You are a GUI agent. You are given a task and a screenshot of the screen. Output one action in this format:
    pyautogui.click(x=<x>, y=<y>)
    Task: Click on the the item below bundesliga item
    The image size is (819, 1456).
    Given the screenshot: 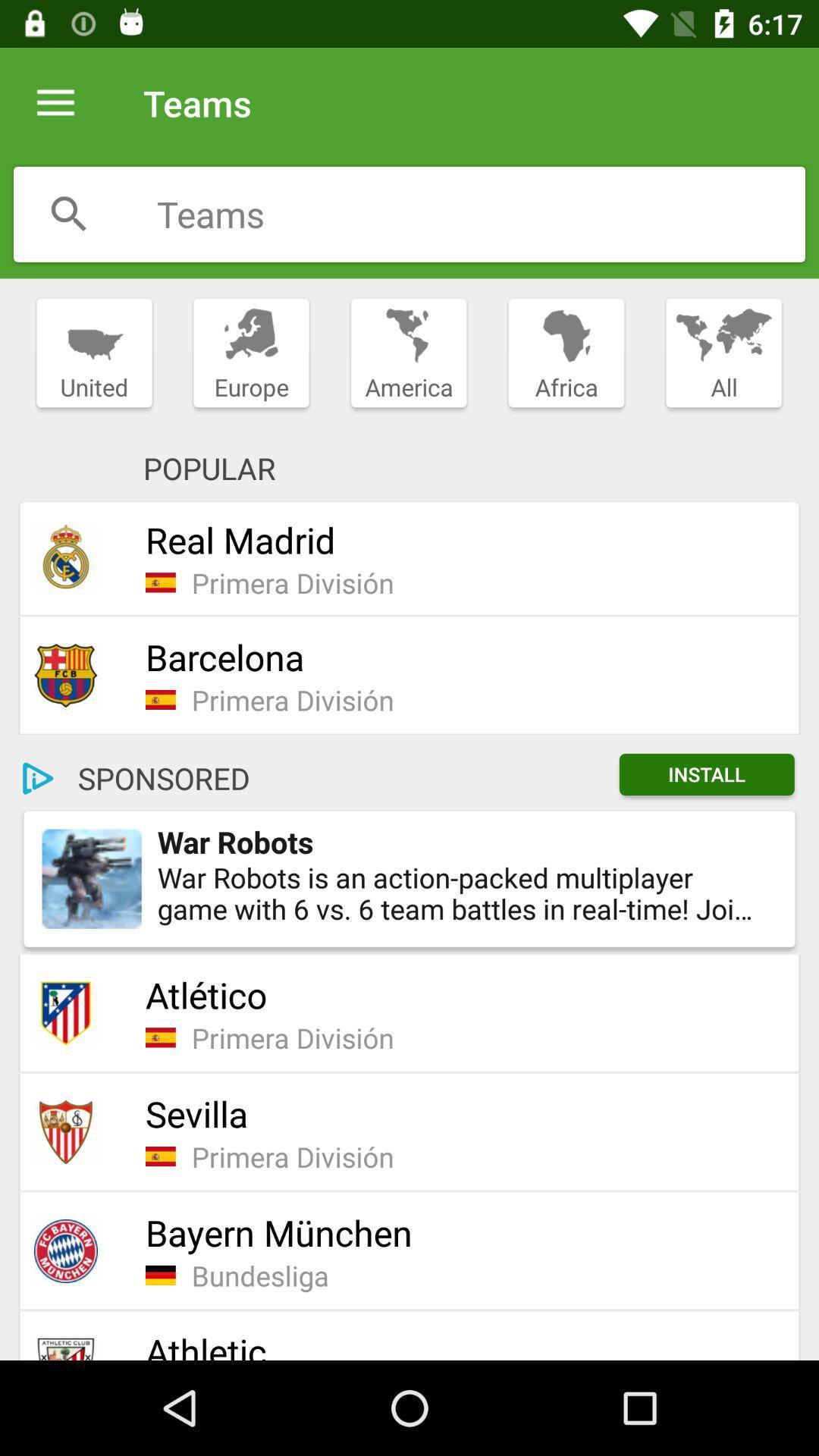 What is the action you would take?
    pyautogui.click(x=461, y=1344)
    